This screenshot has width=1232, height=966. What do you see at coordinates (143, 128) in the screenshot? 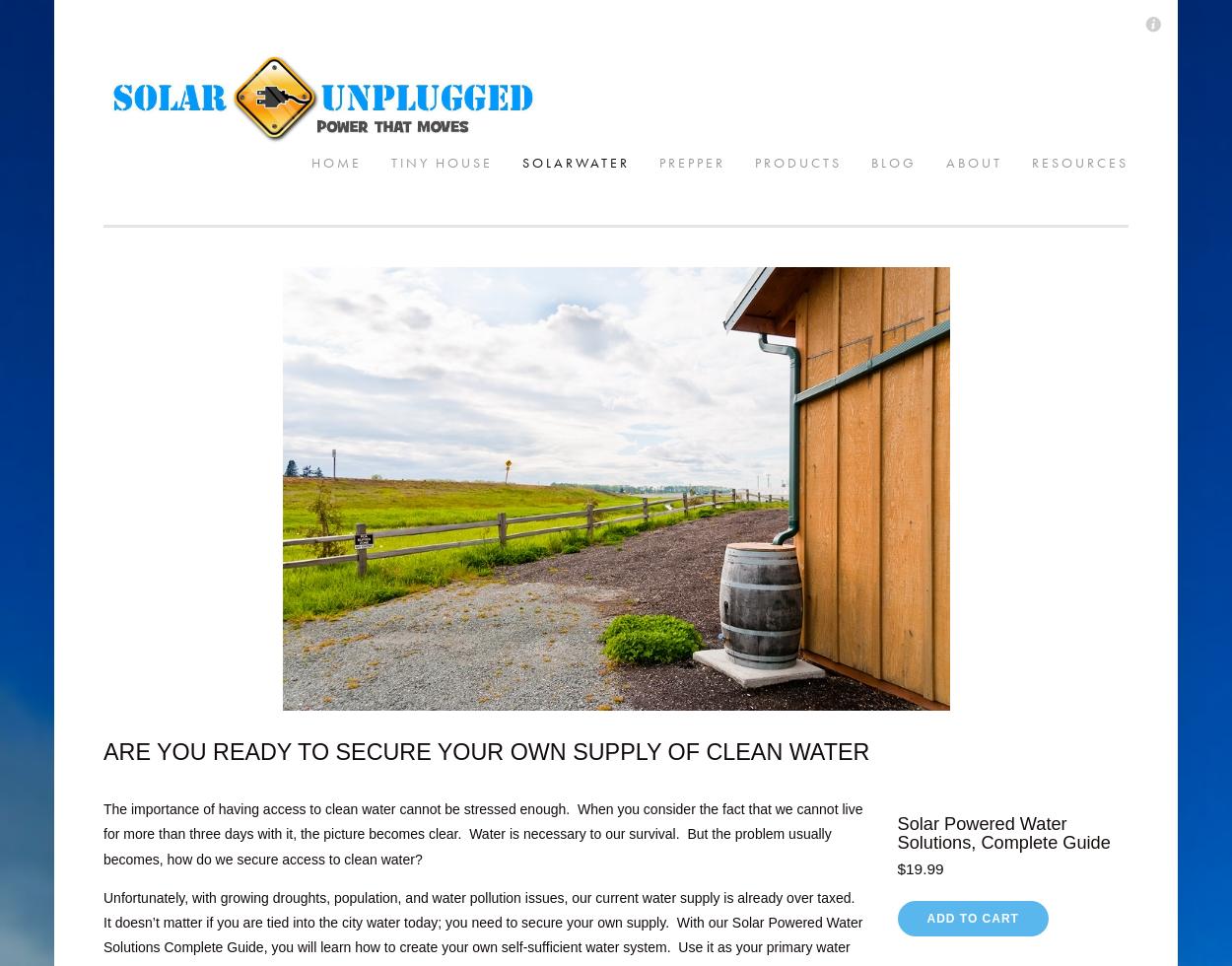
I see `'SolarWater'` at bounding box center [143, 128].